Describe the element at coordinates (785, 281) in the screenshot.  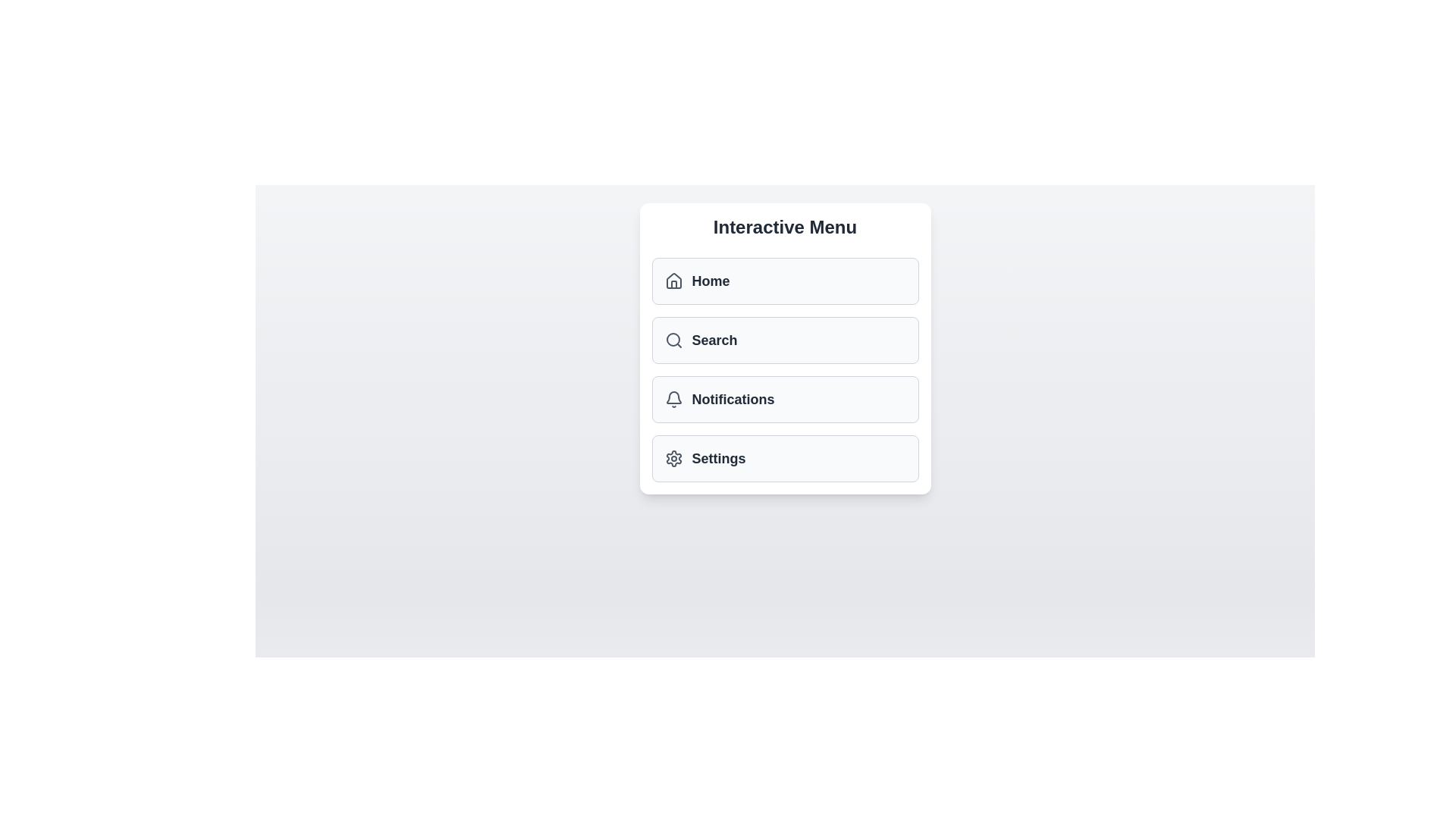
I see `the menu item Home` at that location.